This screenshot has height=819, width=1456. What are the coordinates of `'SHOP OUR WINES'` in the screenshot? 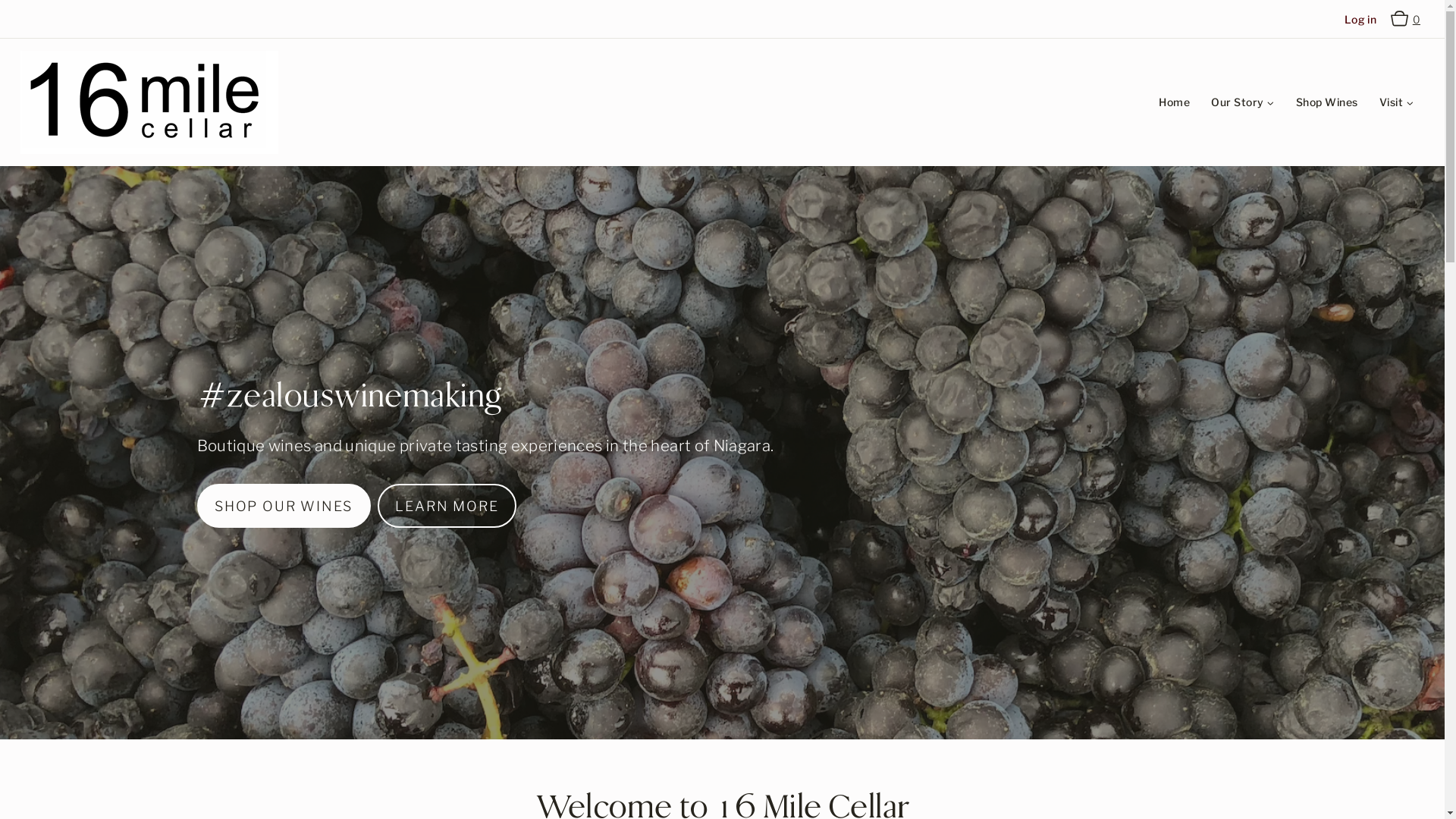 It's located at (284, 506).